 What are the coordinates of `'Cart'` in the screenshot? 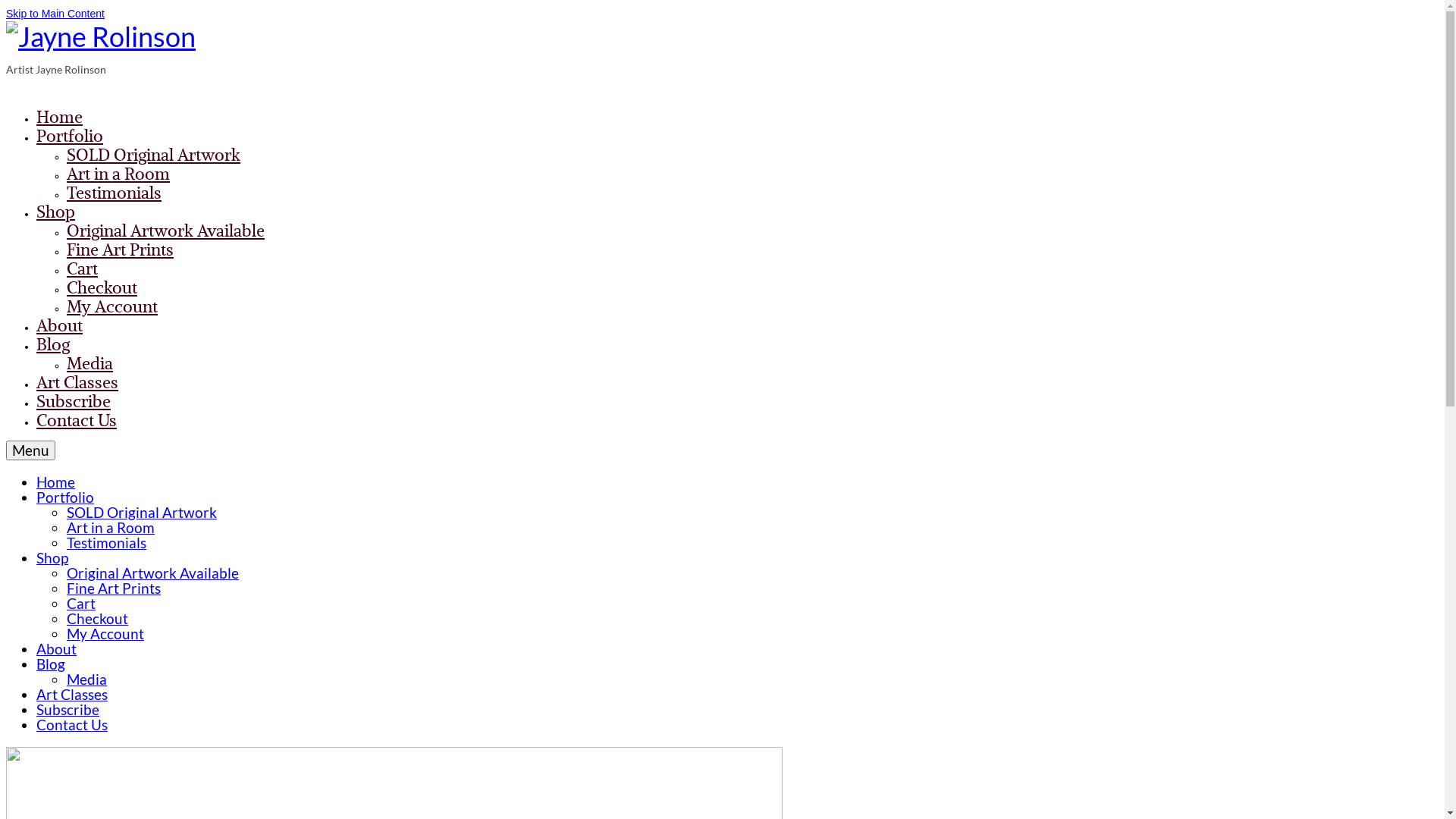 It's located at (80, 602).